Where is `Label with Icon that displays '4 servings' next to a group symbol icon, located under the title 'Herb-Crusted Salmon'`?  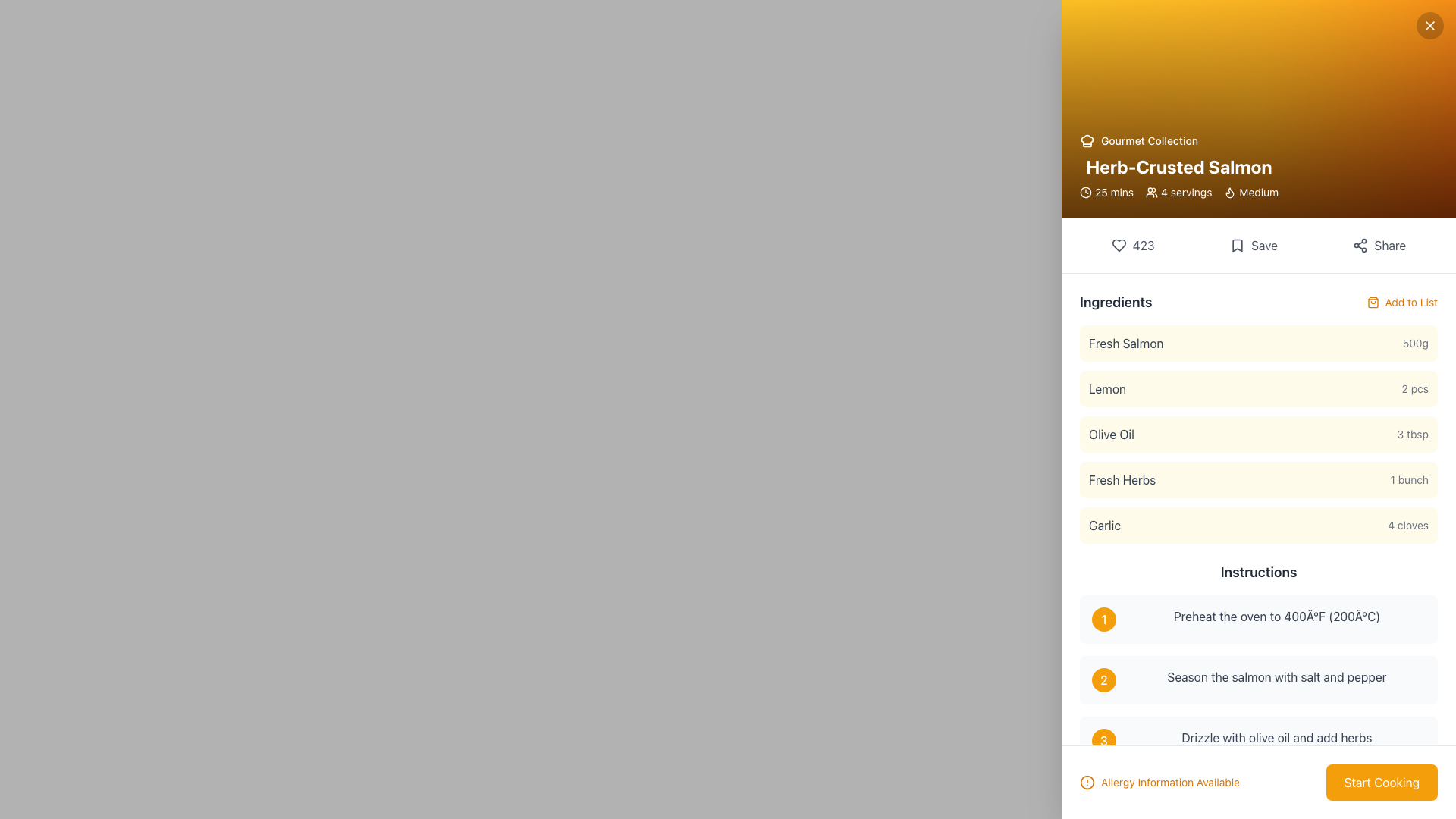 Label with Icon that displays '4 servings' next to a group symbol icon, located under the title 'Herb-Crusted Salmon' is located at coordinates (1178, 192).